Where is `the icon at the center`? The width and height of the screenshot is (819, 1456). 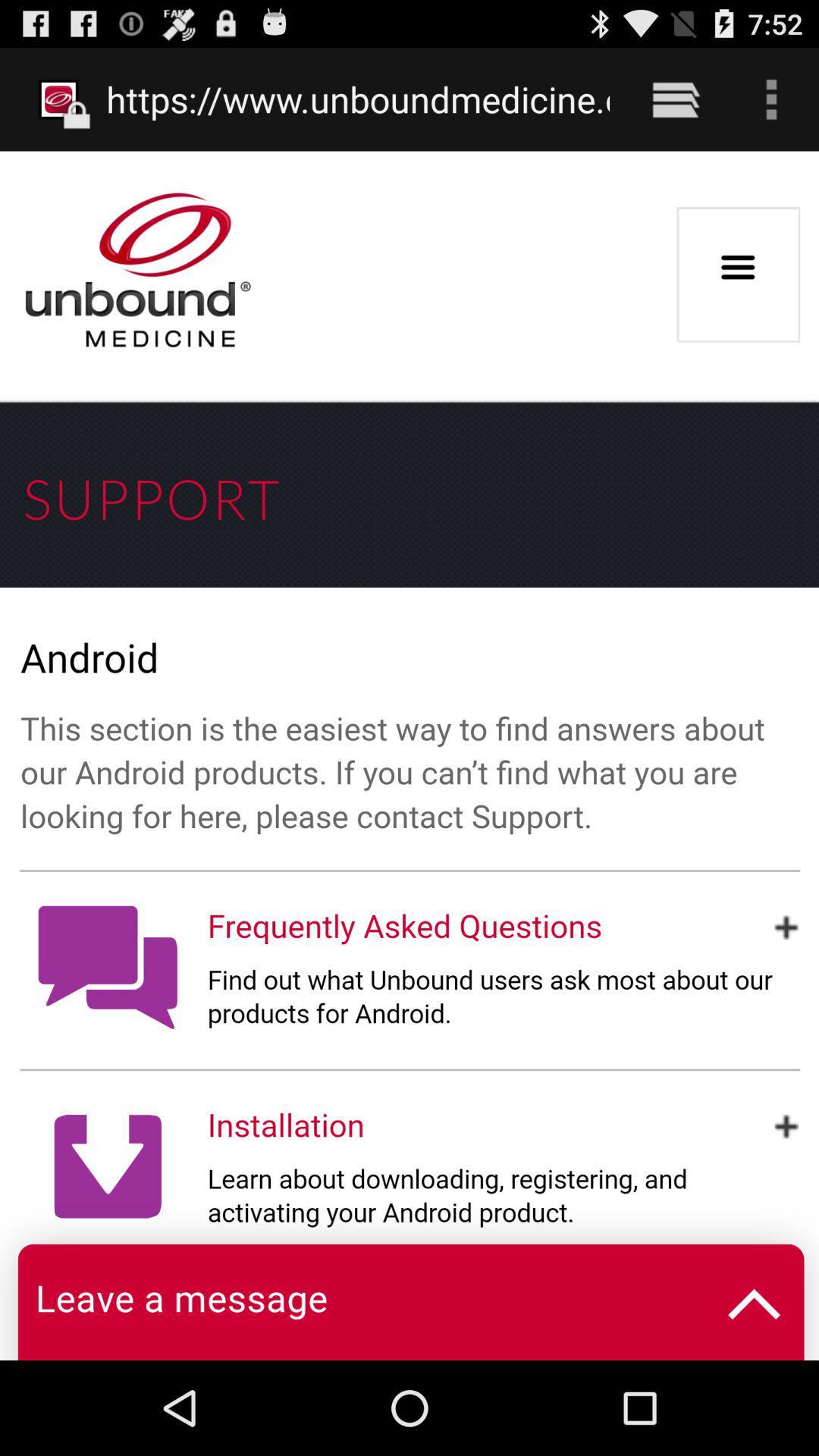 the icon at the center is located at coordinates (409, 755).